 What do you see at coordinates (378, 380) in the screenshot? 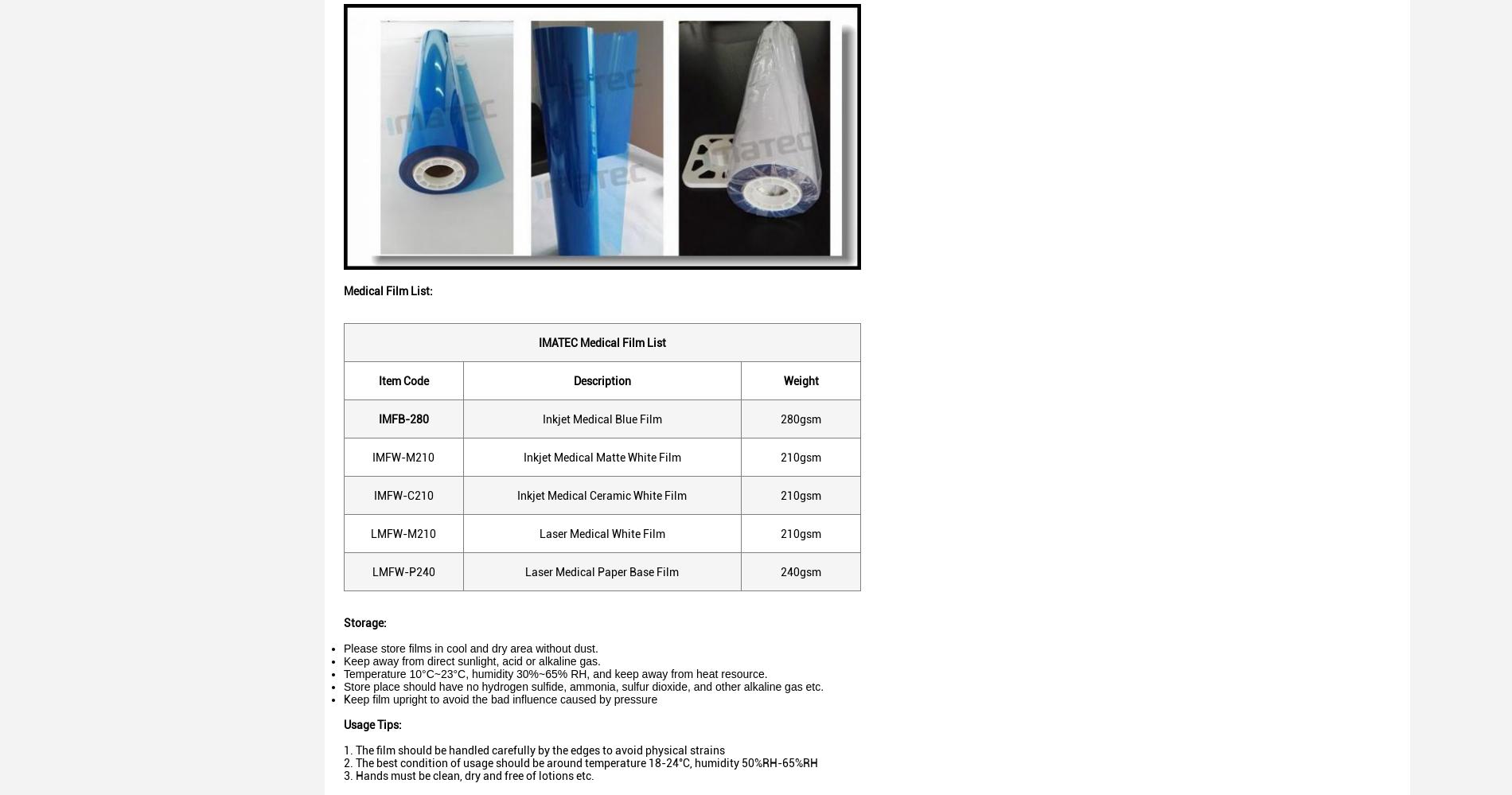
I see `'Item Code'` at bounding box center [378, 380].